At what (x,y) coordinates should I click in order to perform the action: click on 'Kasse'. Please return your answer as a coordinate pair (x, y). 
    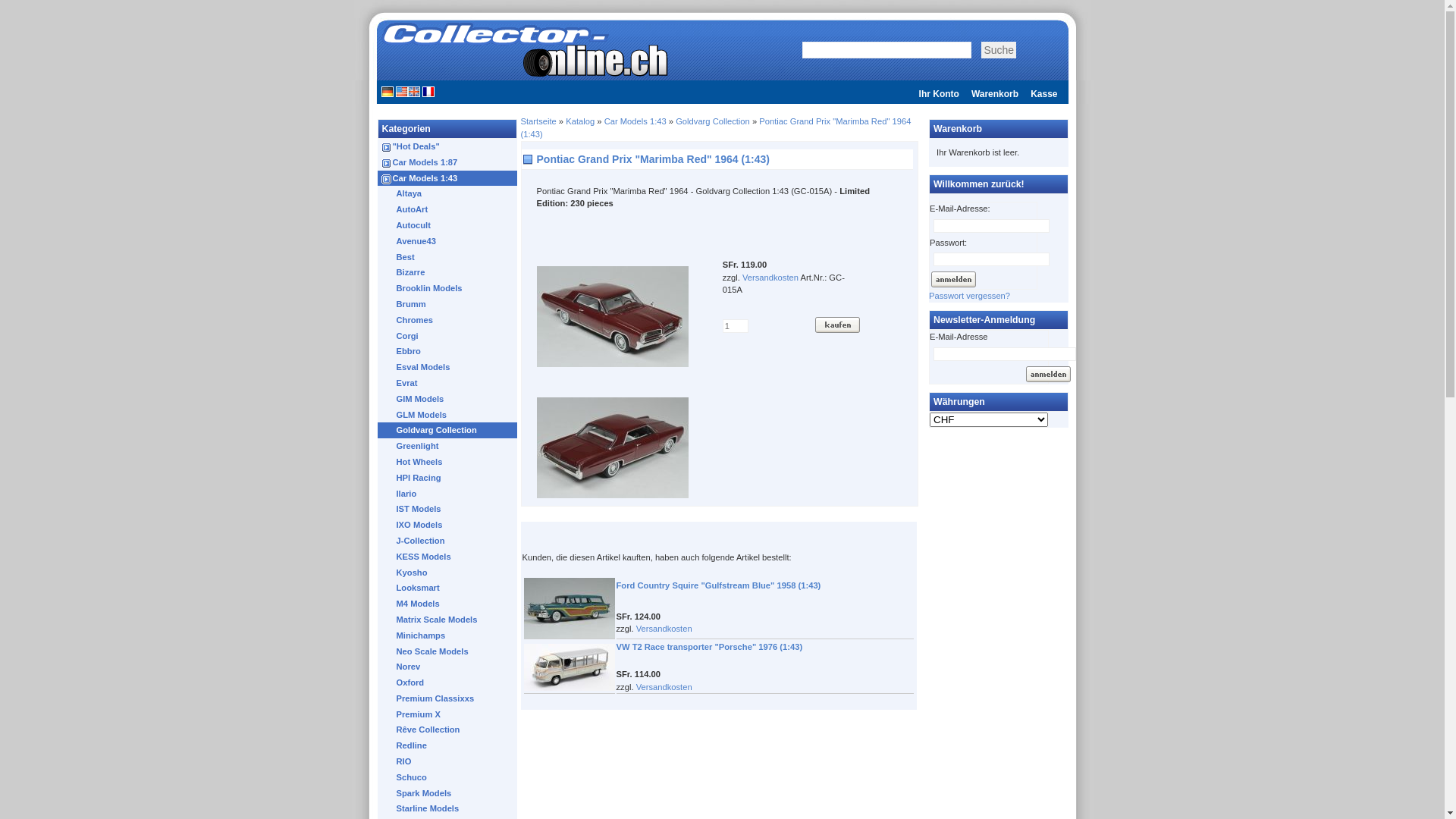
    Looking at the image, I should click on (1043, 93).